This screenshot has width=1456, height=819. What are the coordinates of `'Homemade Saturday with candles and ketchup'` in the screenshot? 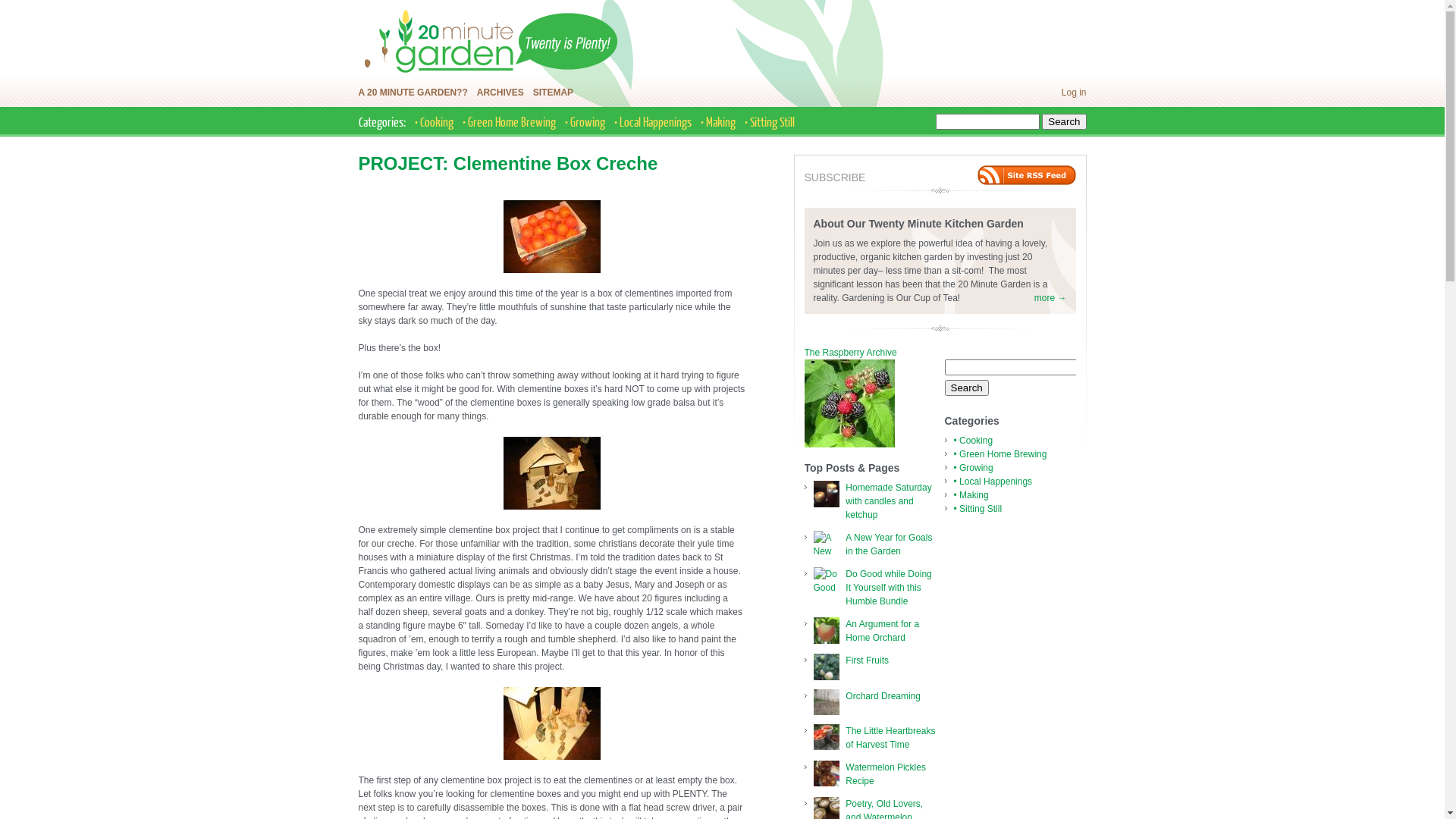 It's located at (888, 500).